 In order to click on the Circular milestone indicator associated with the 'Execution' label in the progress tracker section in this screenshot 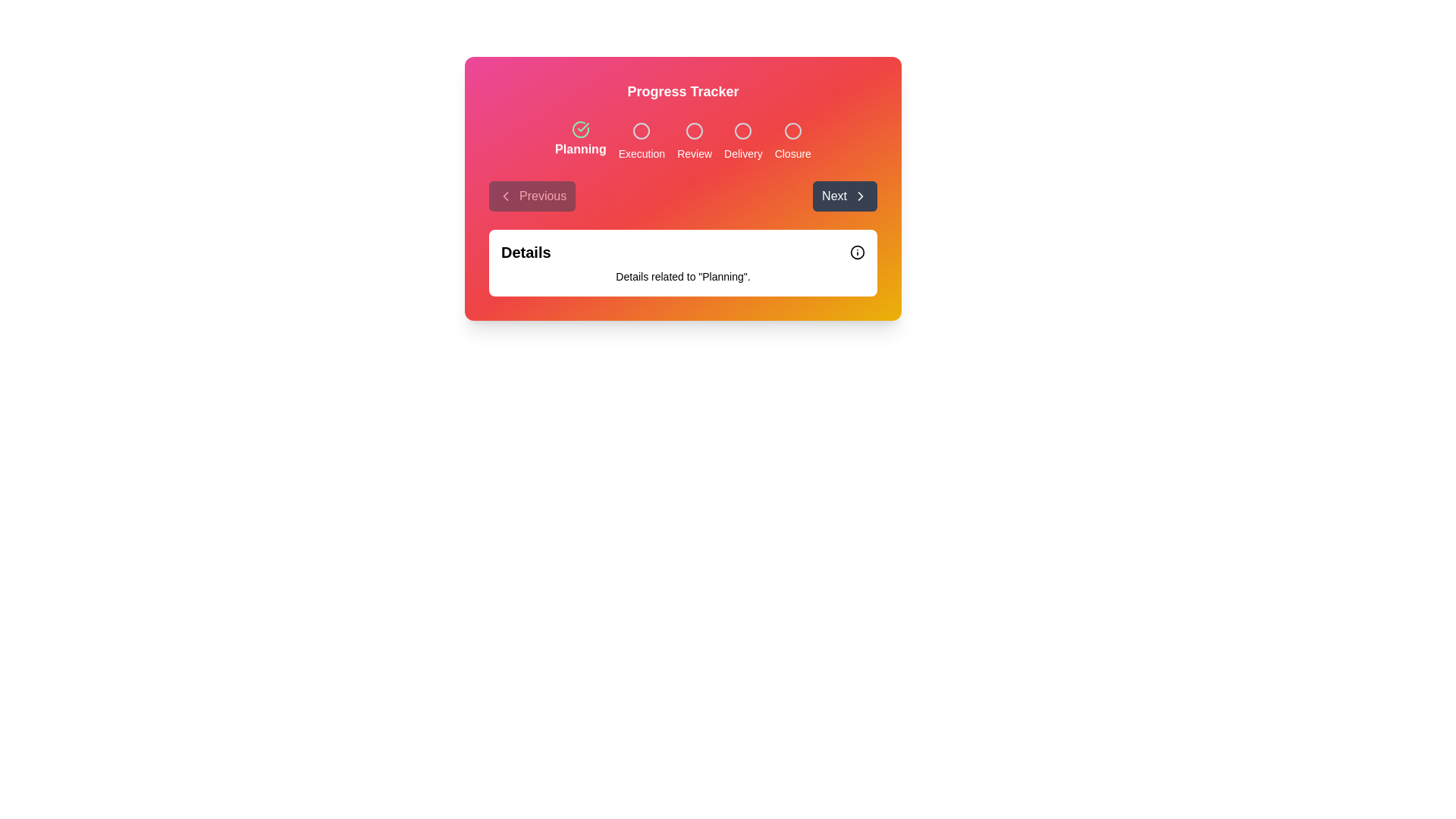, I will do `click(642, 130)`.